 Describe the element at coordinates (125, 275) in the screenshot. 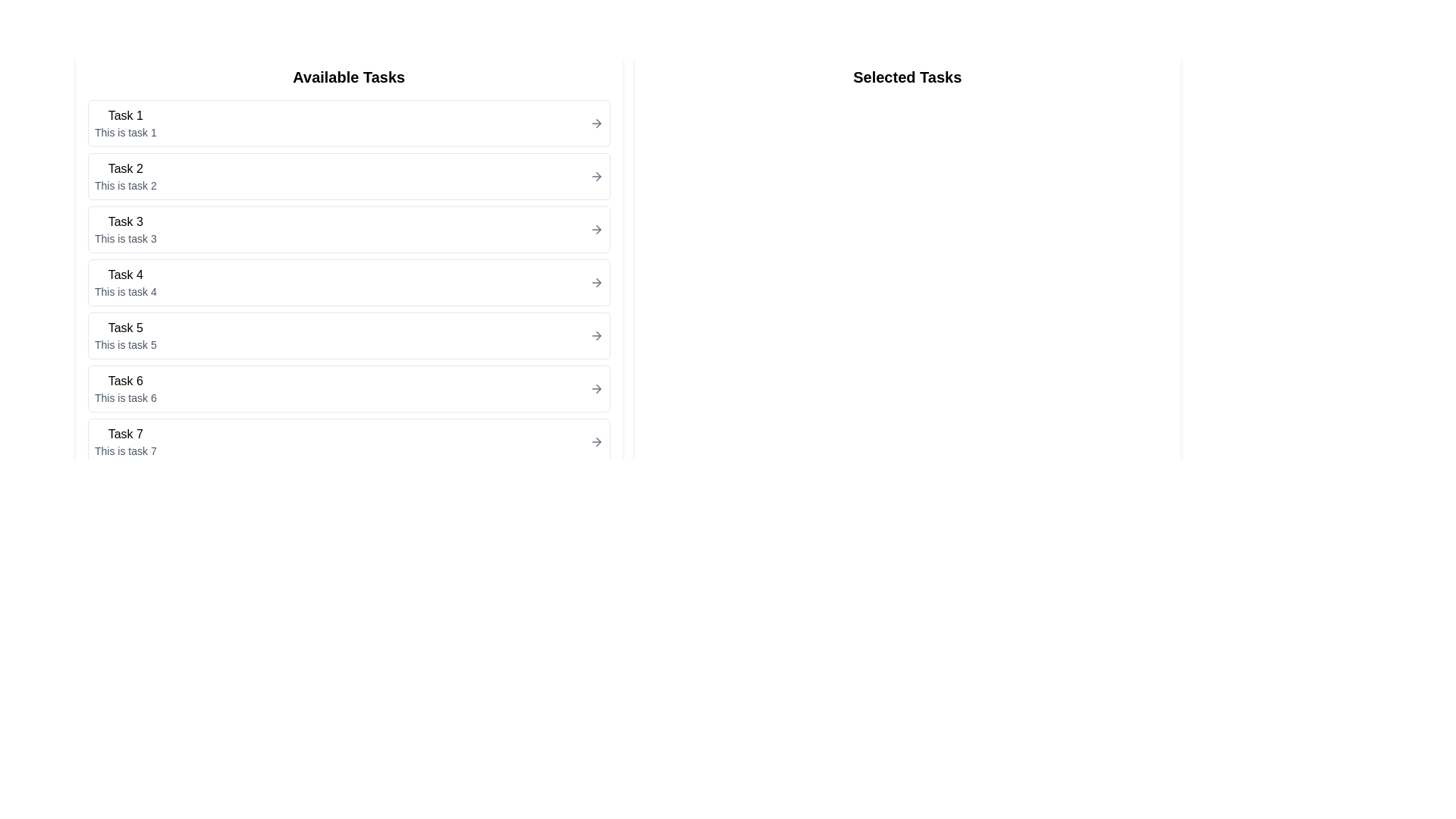

I see `the Text Label that identifies 'Task 4', located in the fourth item of the 'Available Tasks' section on the left-hand side of the interface` at that location.